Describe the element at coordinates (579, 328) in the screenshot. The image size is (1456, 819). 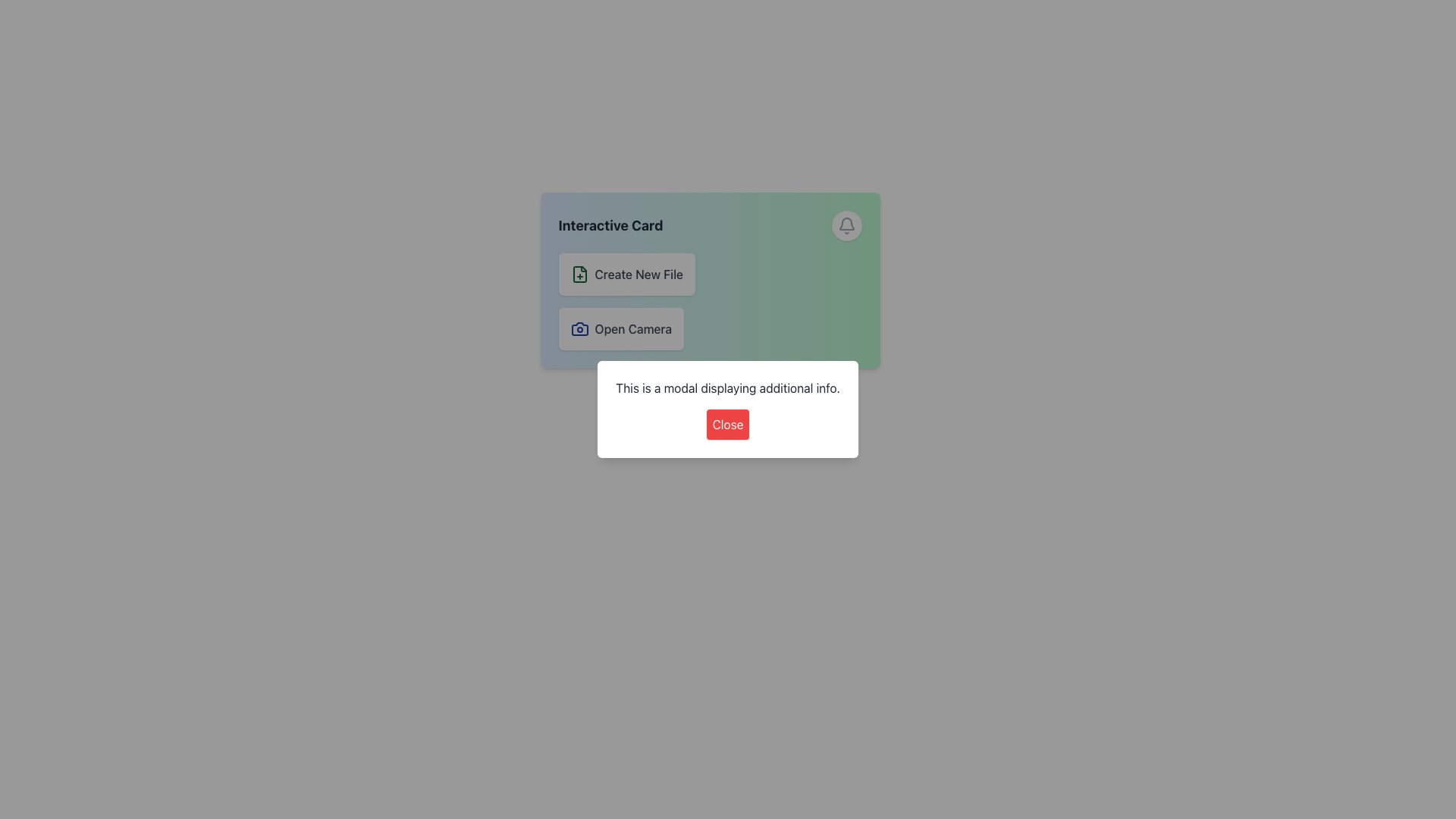
I see `the camera icon located to the left of the 'Open Camera' button in the interactive card interface` at that location.